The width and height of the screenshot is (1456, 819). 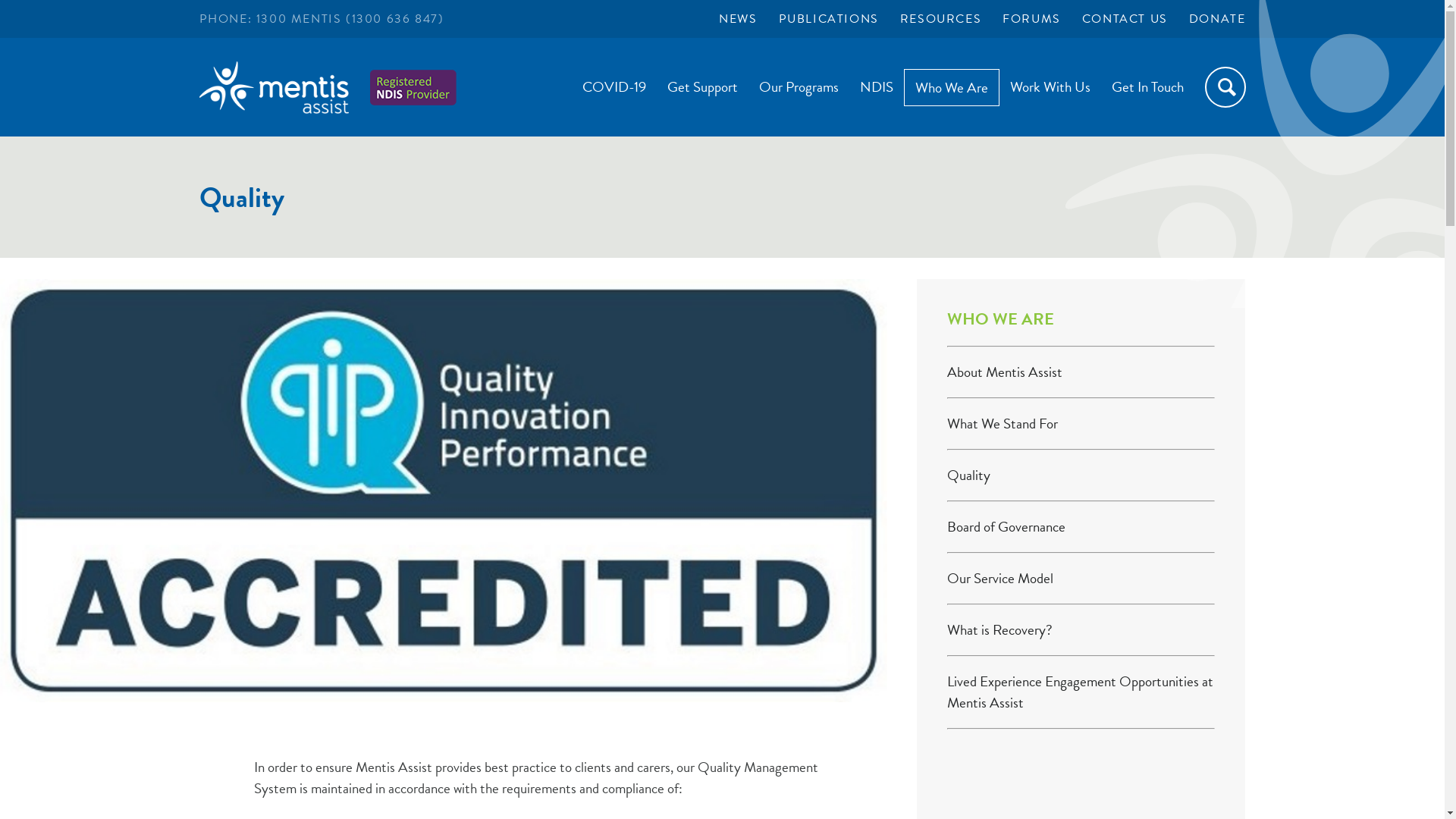 I want to click on 'RESOURCES', so click(x=940, y=18).